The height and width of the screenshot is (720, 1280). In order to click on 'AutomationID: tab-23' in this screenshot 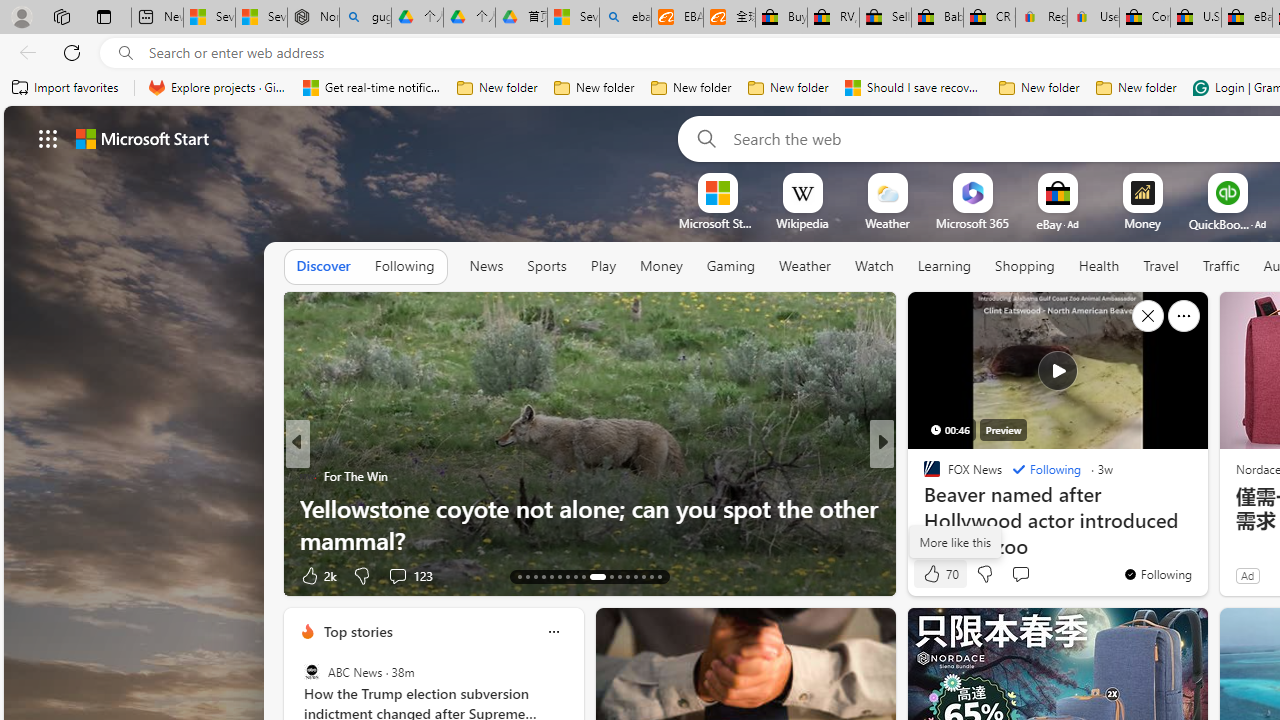, I will do `click(605, 577)`.